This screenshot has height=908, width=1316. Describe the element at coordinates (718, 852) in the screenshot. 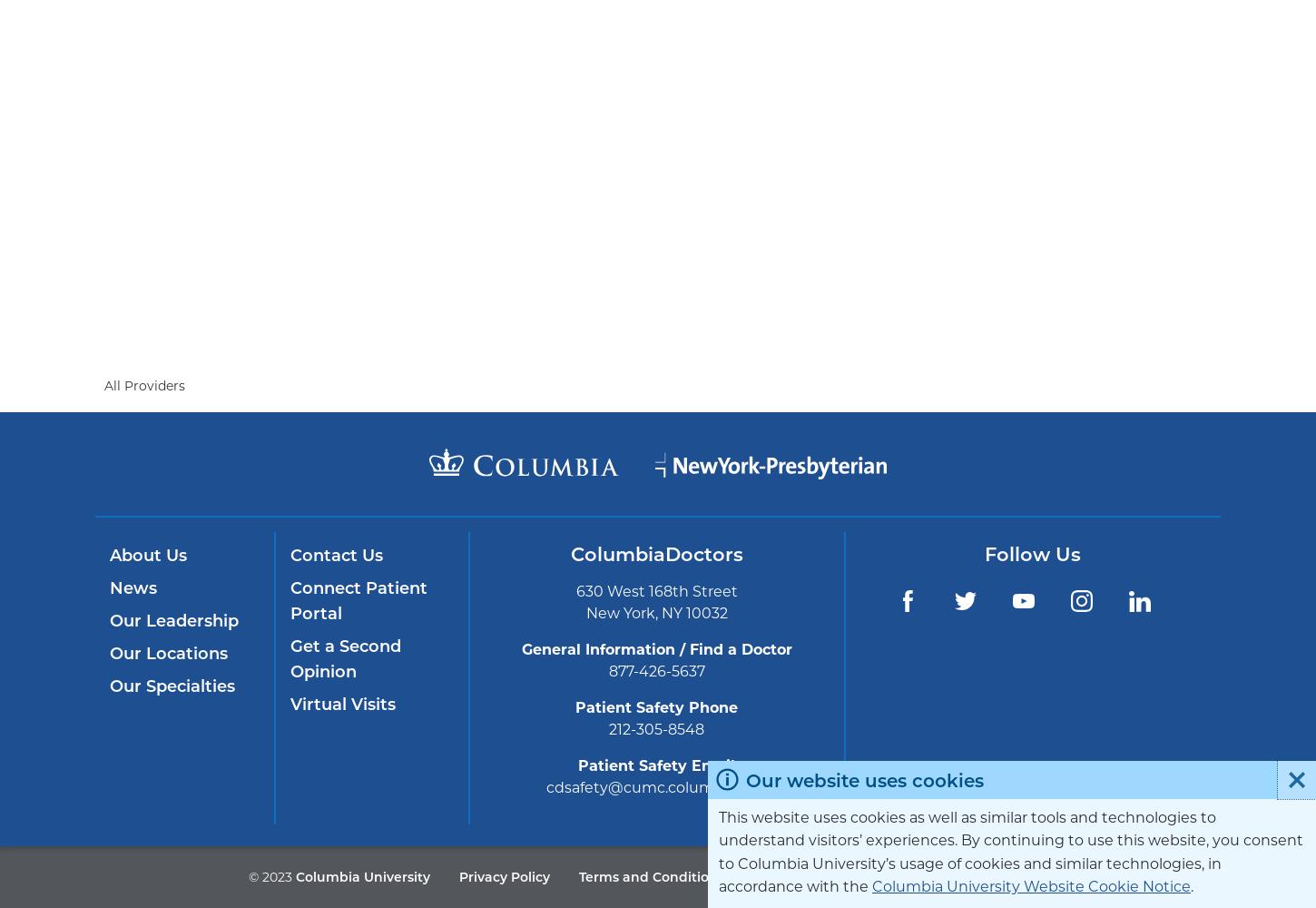

I see `'This website uses cookies as well as similar tools and technologies to understand visitors’ experiences. By continuing to use this website, you consent to Columbia University’s usage of cookies and similar technologies, in accordance with the'` at that location.